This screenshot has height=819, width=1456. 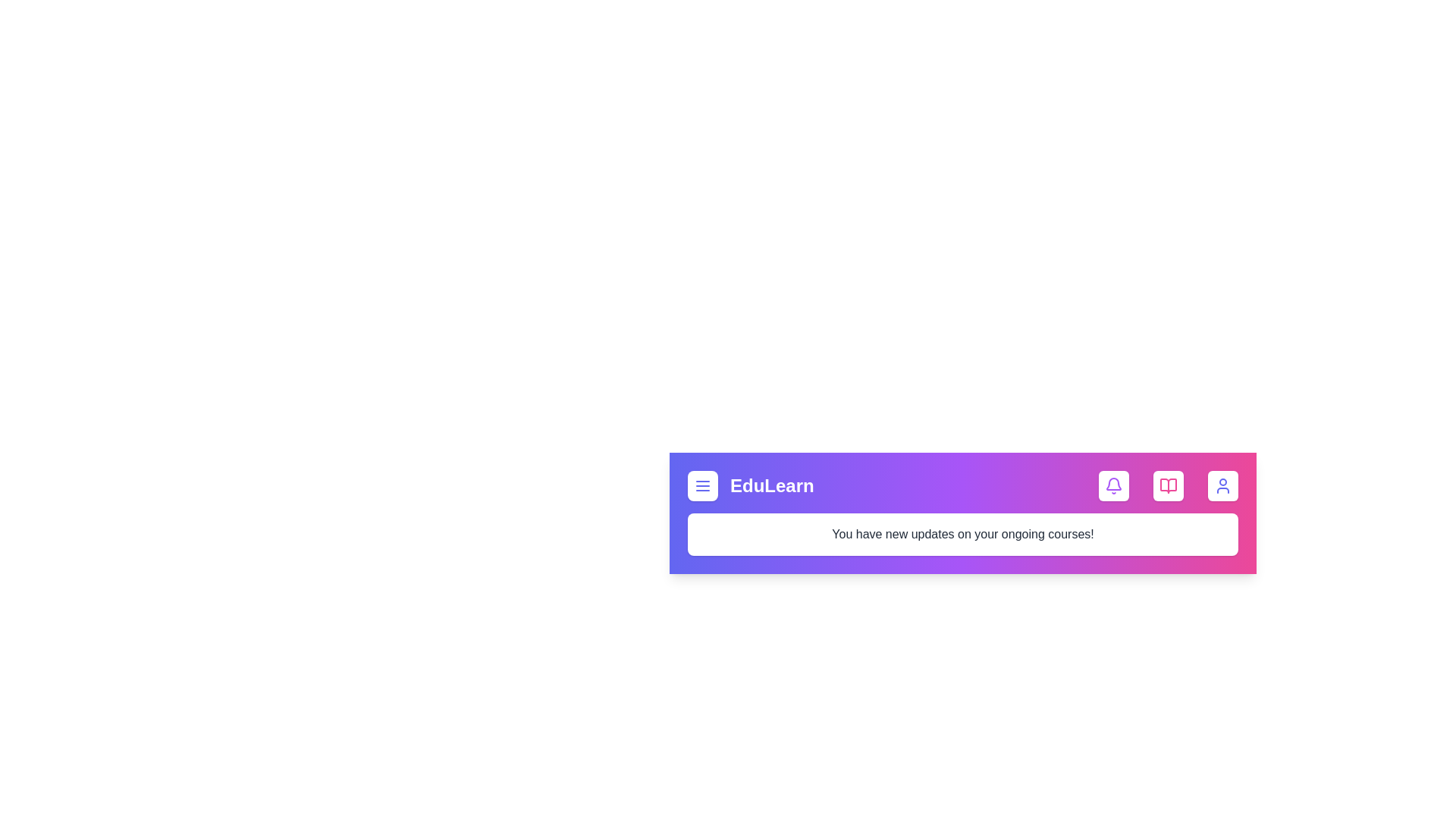 What do you see at coordinates (1167, 485) in the screenshot?
I see `the book icon to access educational content` at bounding box center [1167, 485].